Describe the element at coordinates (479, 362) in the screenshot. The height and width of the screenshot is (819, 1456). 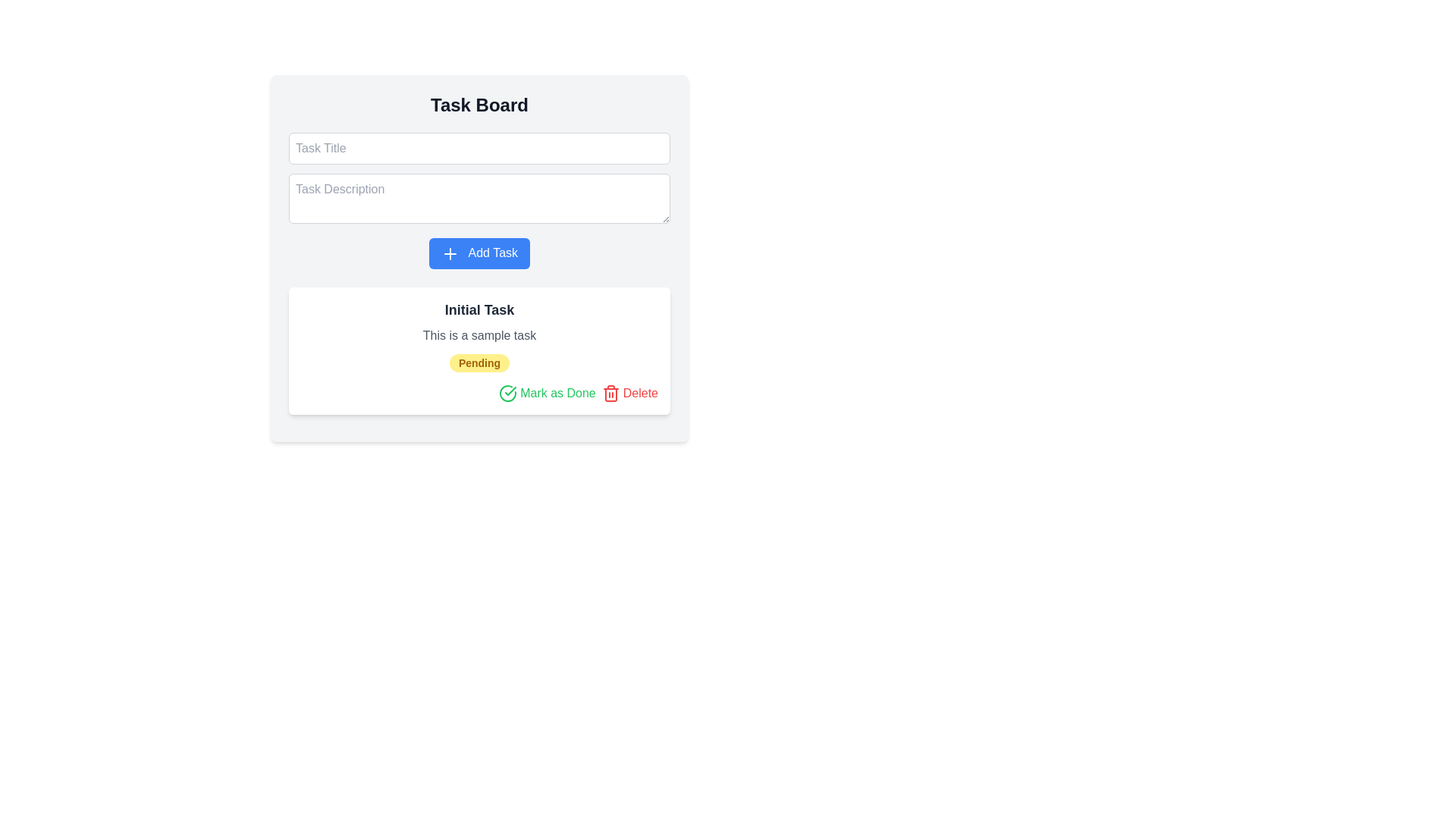
I see `the text label displaying the status 'Pending' with a yellow background and bold text, located within the task card for 'Initial Task'` at that location.